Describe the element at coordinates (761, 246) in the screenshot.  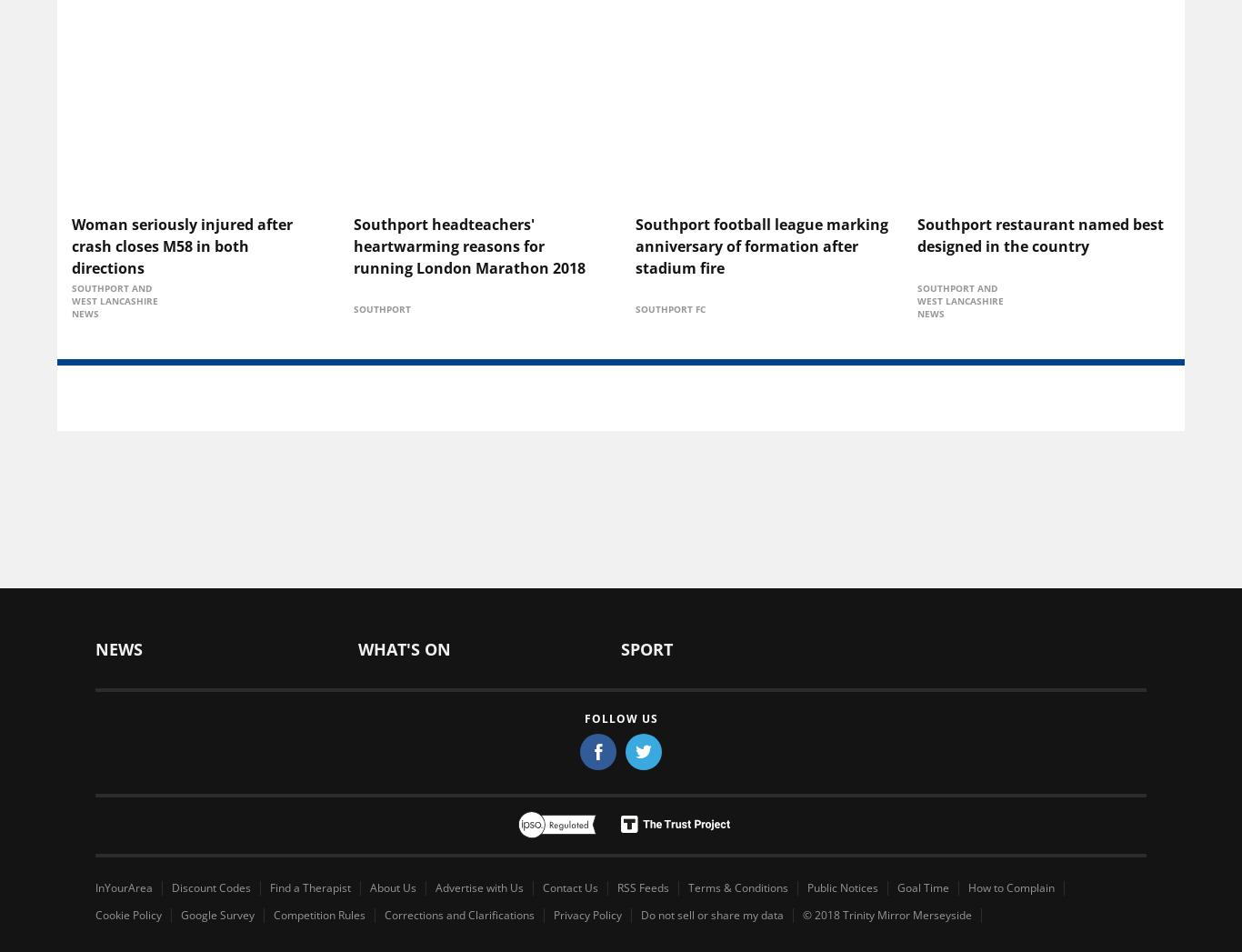
I see `'Southport football league marking anniversary of formation after stadium fire'` at that location.